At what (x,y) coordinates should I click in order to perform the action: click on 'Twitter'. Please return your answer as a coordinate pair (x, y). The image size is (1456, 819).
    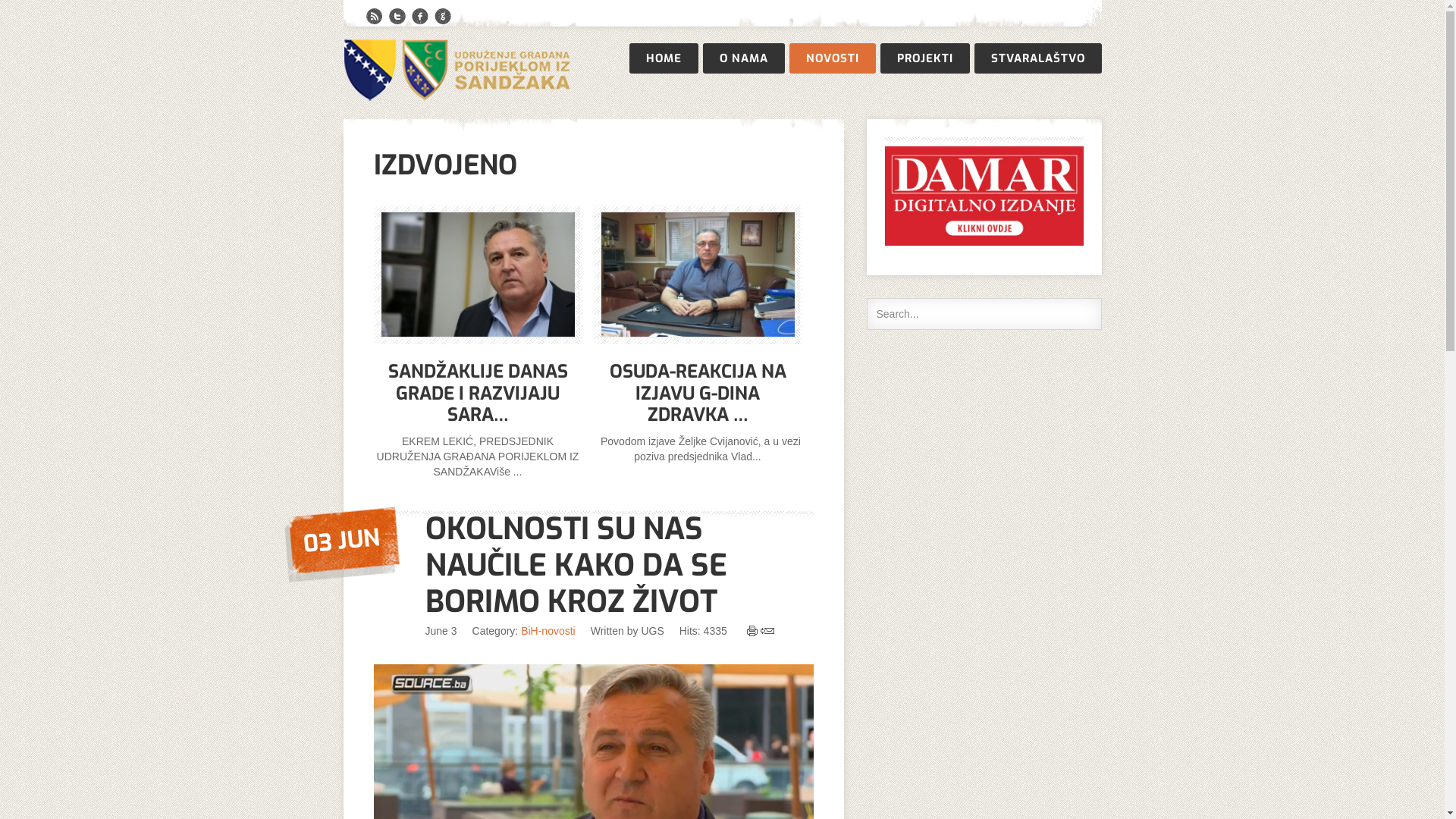
    Looking at the image, I should click on (397, 17).